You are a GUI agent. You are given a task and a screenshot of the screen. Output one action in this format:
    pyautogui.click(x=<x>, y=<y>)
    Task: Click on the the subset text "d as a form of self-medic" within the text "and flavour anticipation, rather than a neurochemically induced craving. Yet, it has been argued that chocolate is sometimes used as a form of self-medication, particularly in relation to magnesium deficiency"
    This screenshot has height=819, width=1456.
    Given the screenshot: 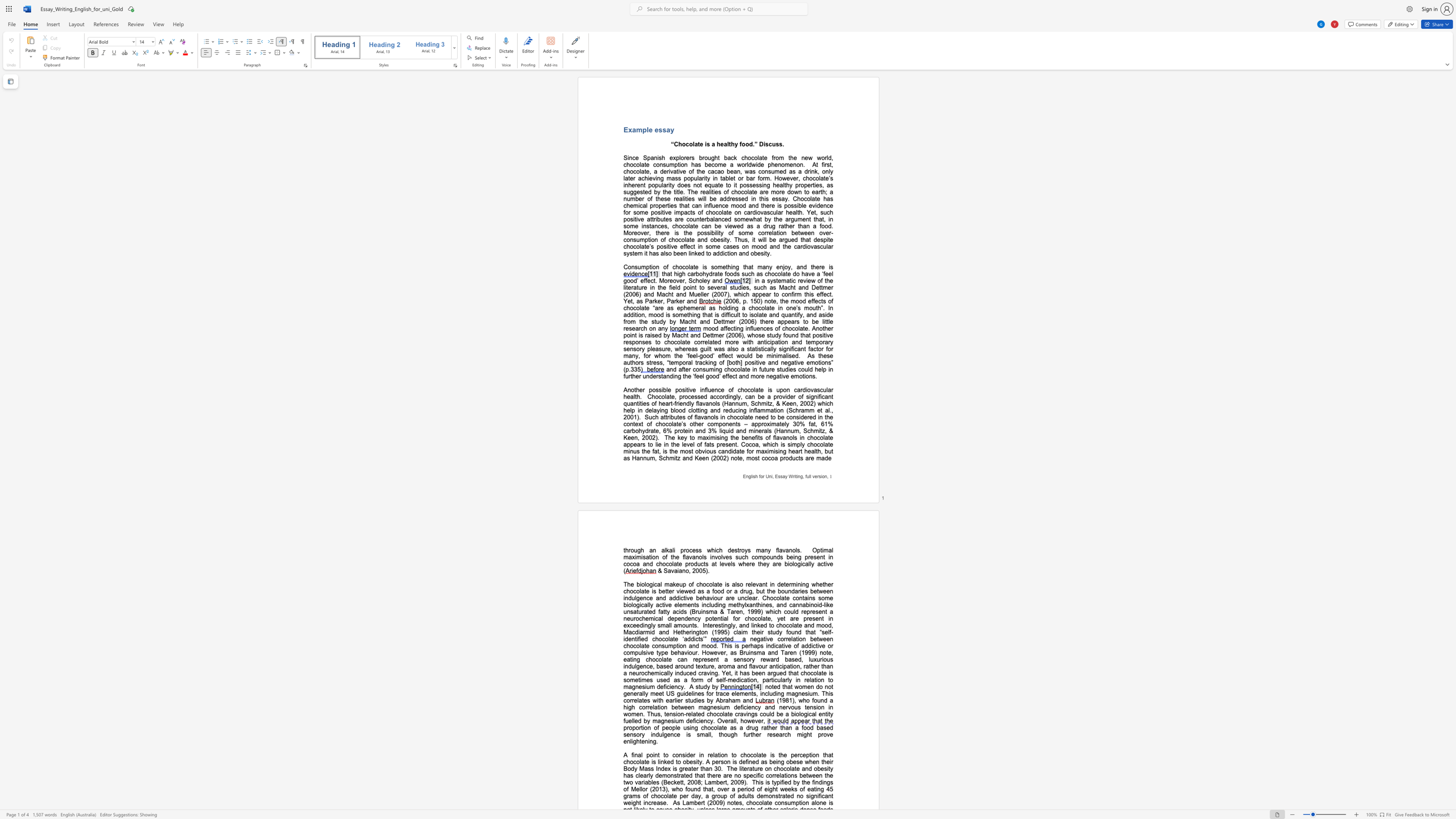 What is the action you would take?
    pyautogui.click(x=665, y=680)
    